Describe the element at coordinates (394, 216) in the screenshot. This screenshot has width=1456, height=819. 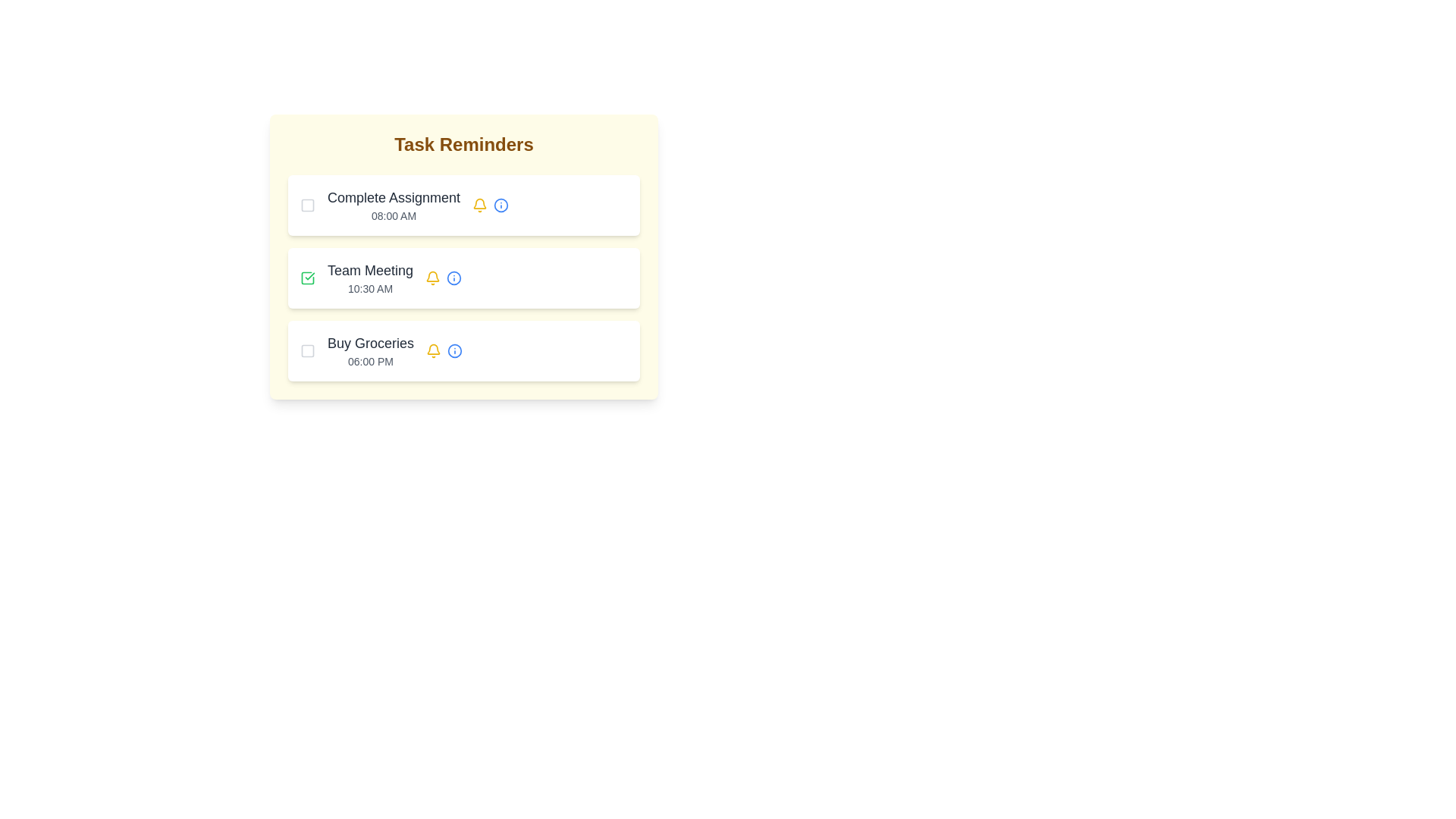
I see `the text label displaying '08:00 AM', which is located below the heading 'Complete Assignment' in the 'Task Reminders' list` at that location.